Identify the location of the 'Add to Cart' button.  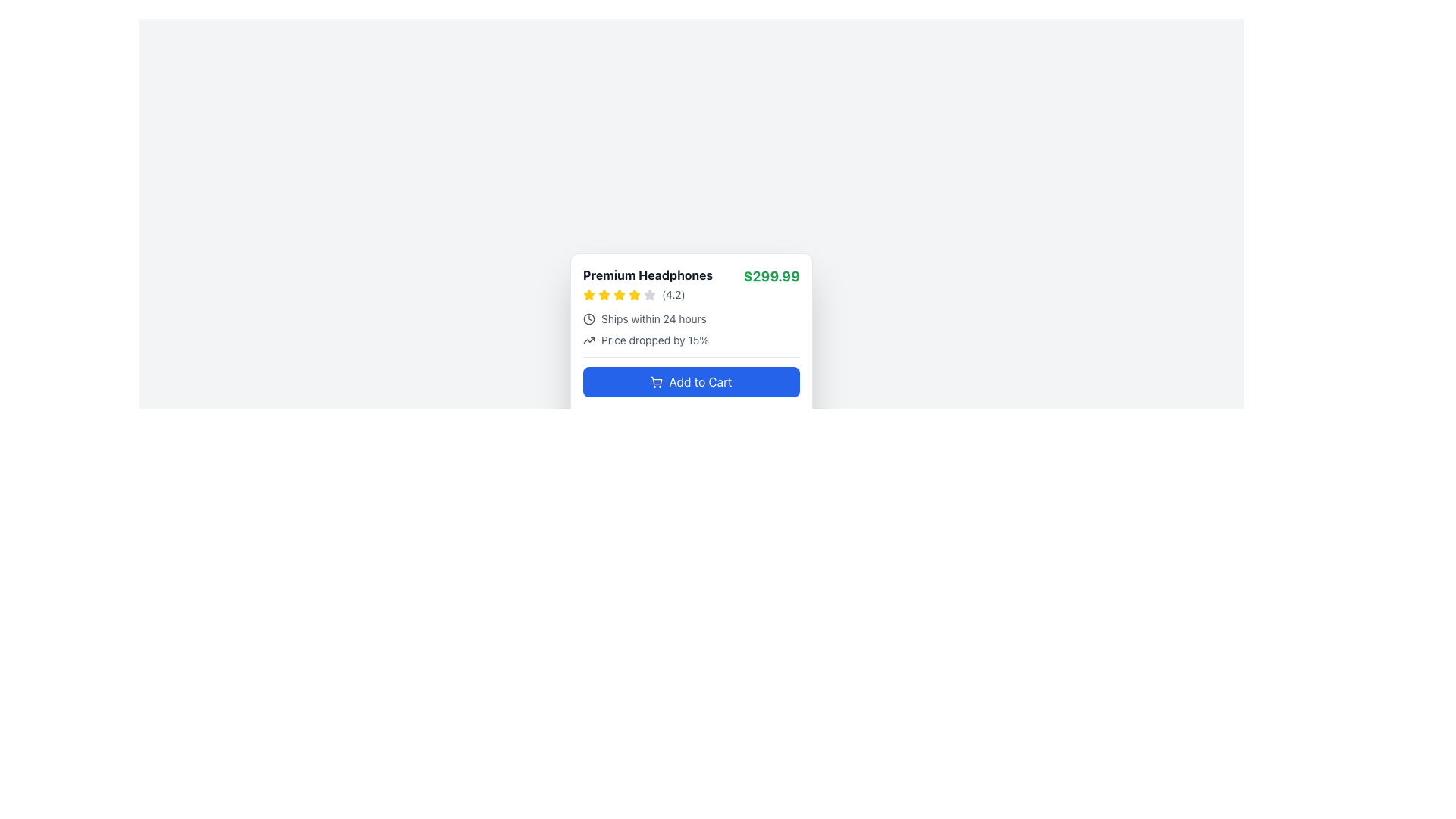
(691, 393).